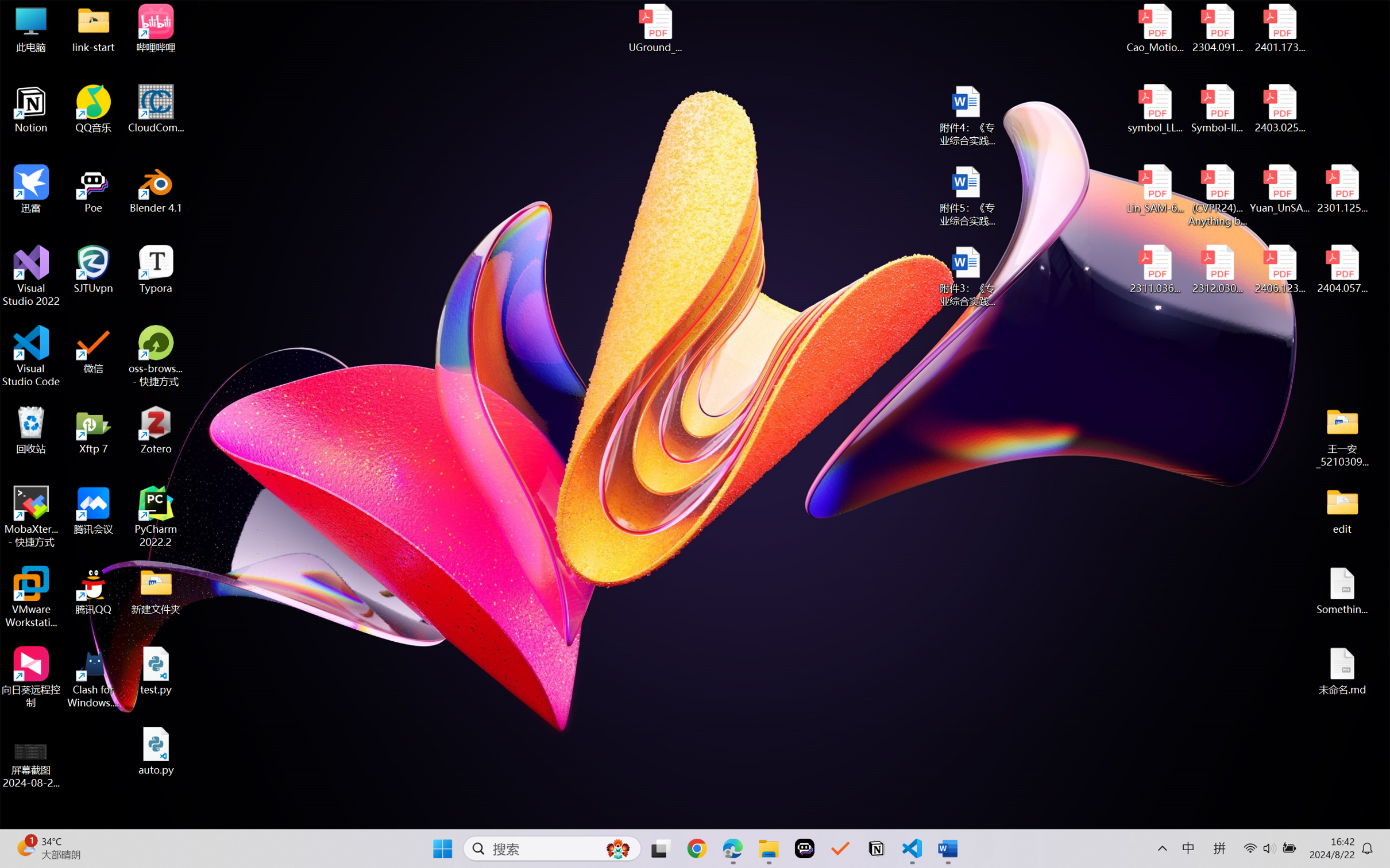  What do you see at coordinates (1155, 269) in the screenshot?
I see `'2311.03658v2.pdf'` at bounding box center [1155, 269].